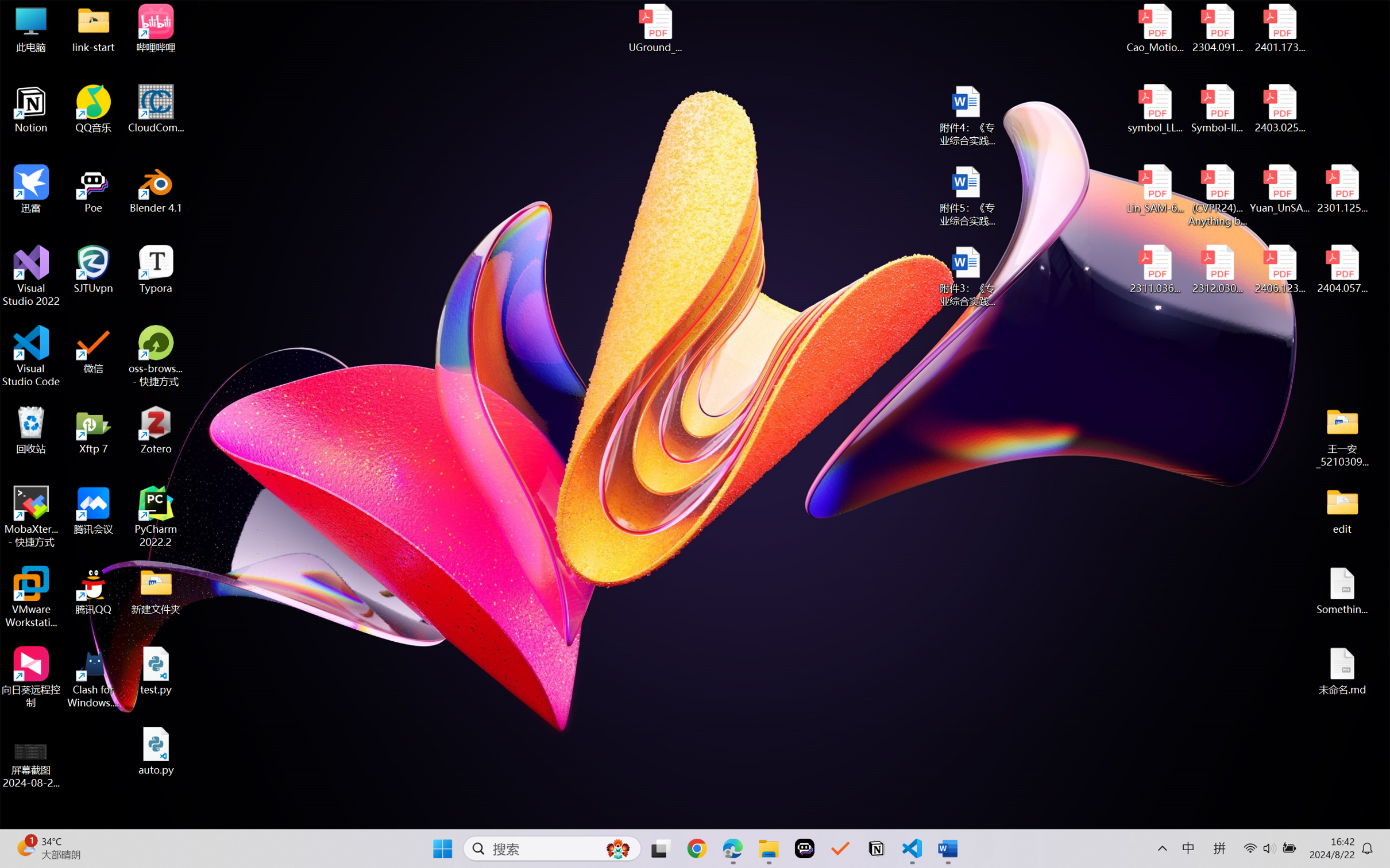  What do you see at coordinates (1155, 269) in the screenshot?
I see `'2311.03658v2.pdf'` at bounding box center [1155, 269].